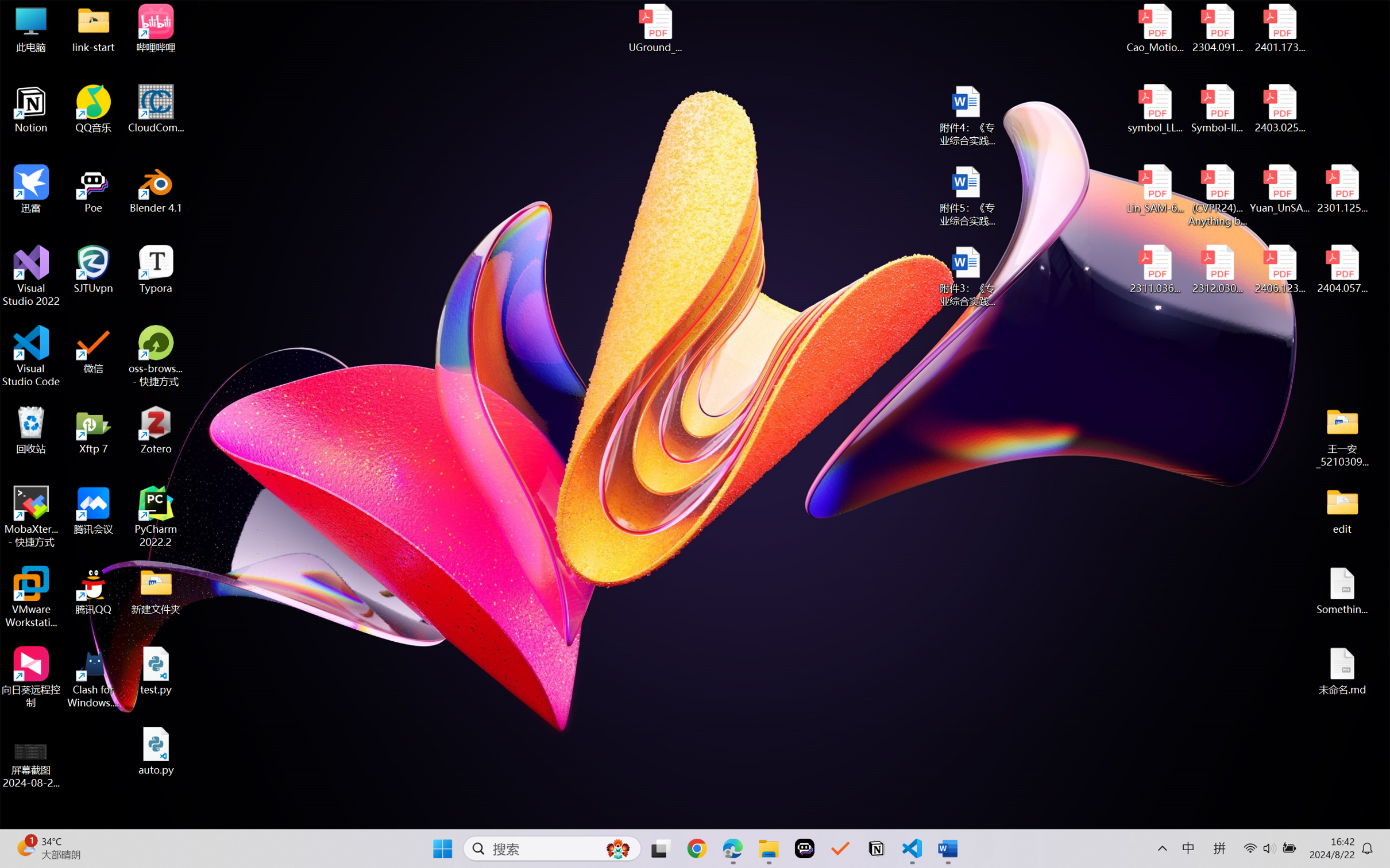  What do you see at coordinates (1155, 269) in the screenshot?
I see `'2311.03658v2.pdf'` at bounding box center [1155, 269].